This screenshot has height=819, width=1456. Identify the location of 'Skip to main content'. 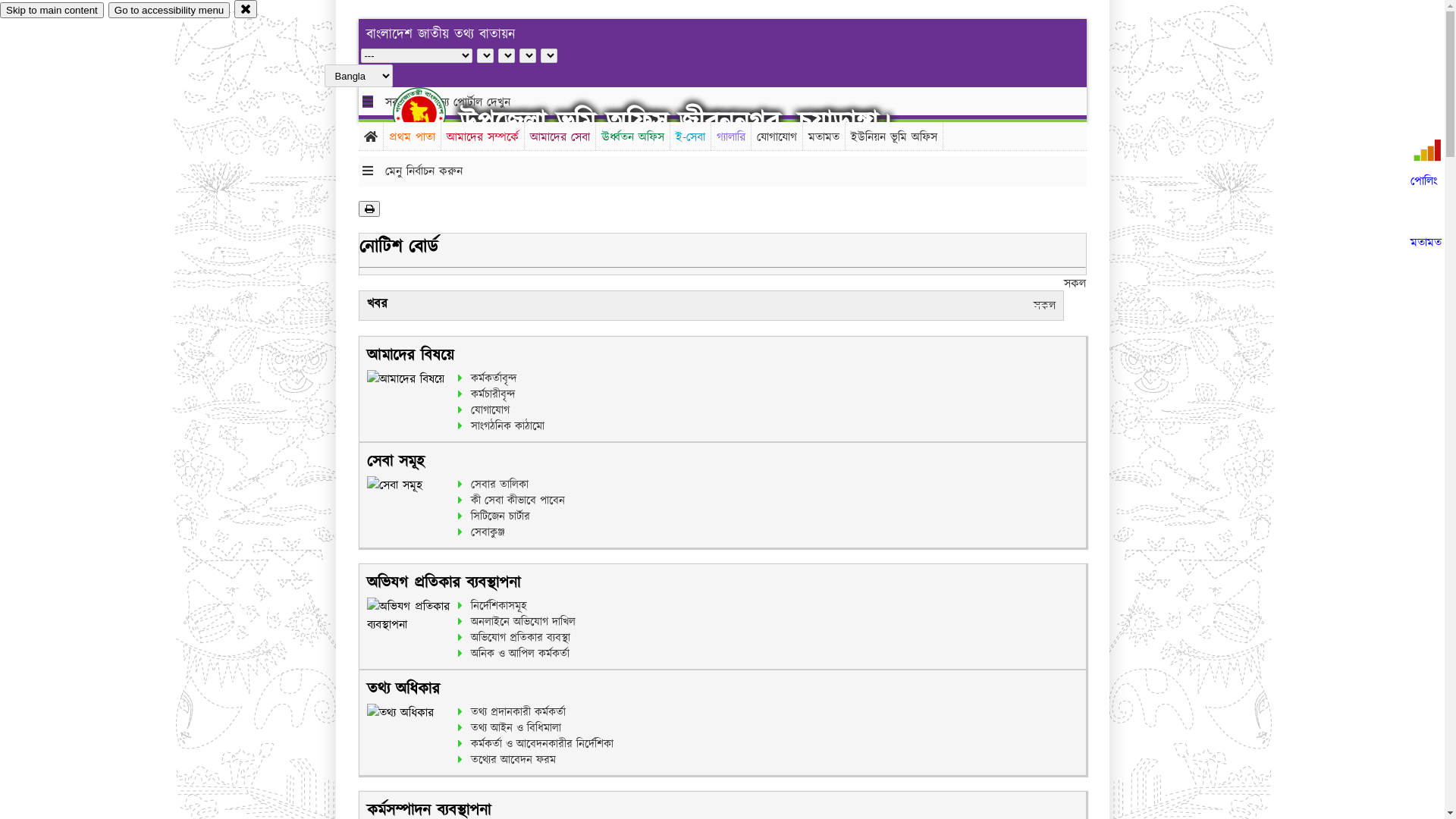
(52, 10).